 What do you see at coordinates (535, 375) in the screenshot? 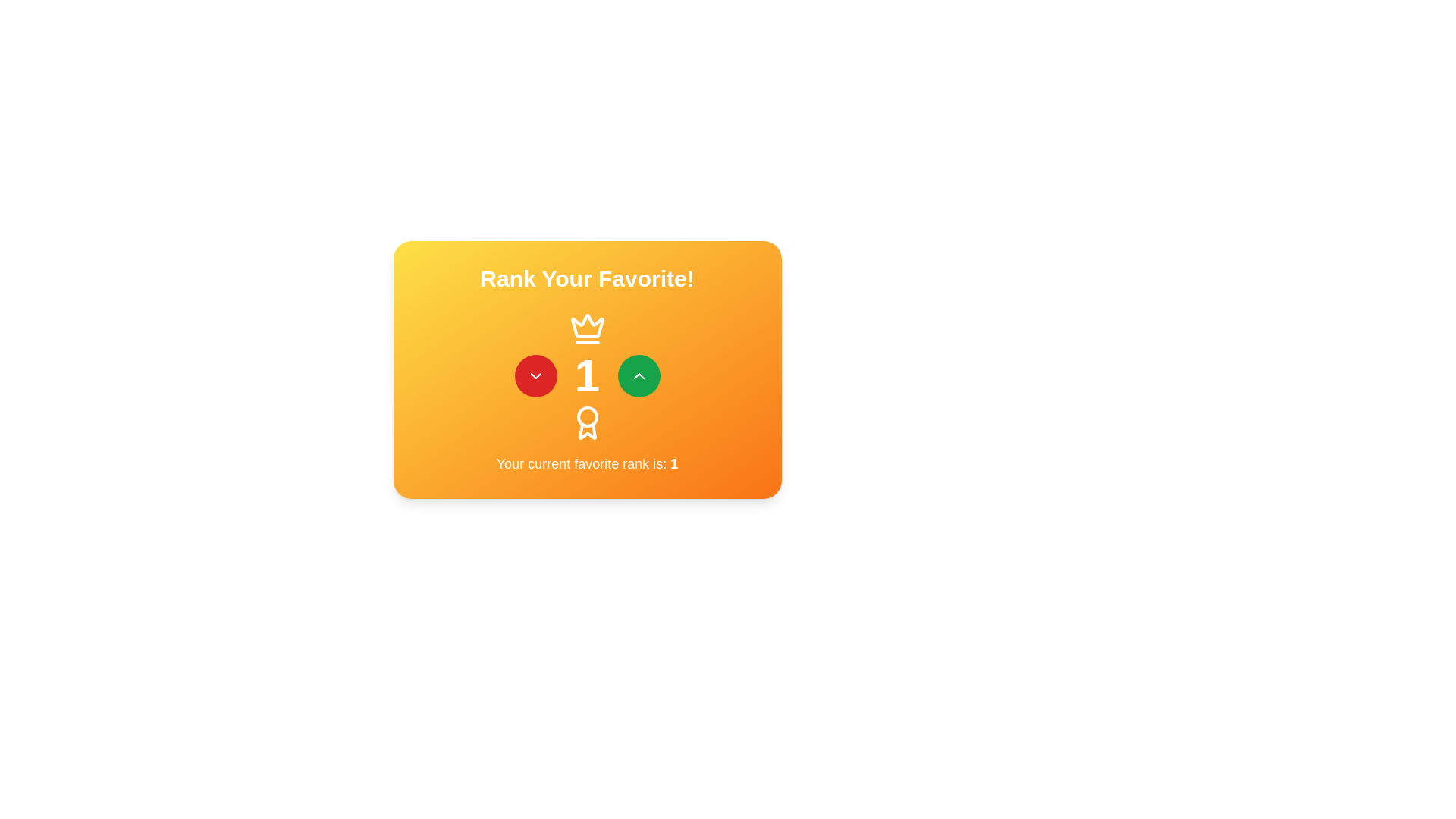
I see `the button designed to decrease the rank associated with the number displayed next to it, which is positioned to the left of a green circular button and the large '1' in the center of the card` at bounding box center [535, 375].